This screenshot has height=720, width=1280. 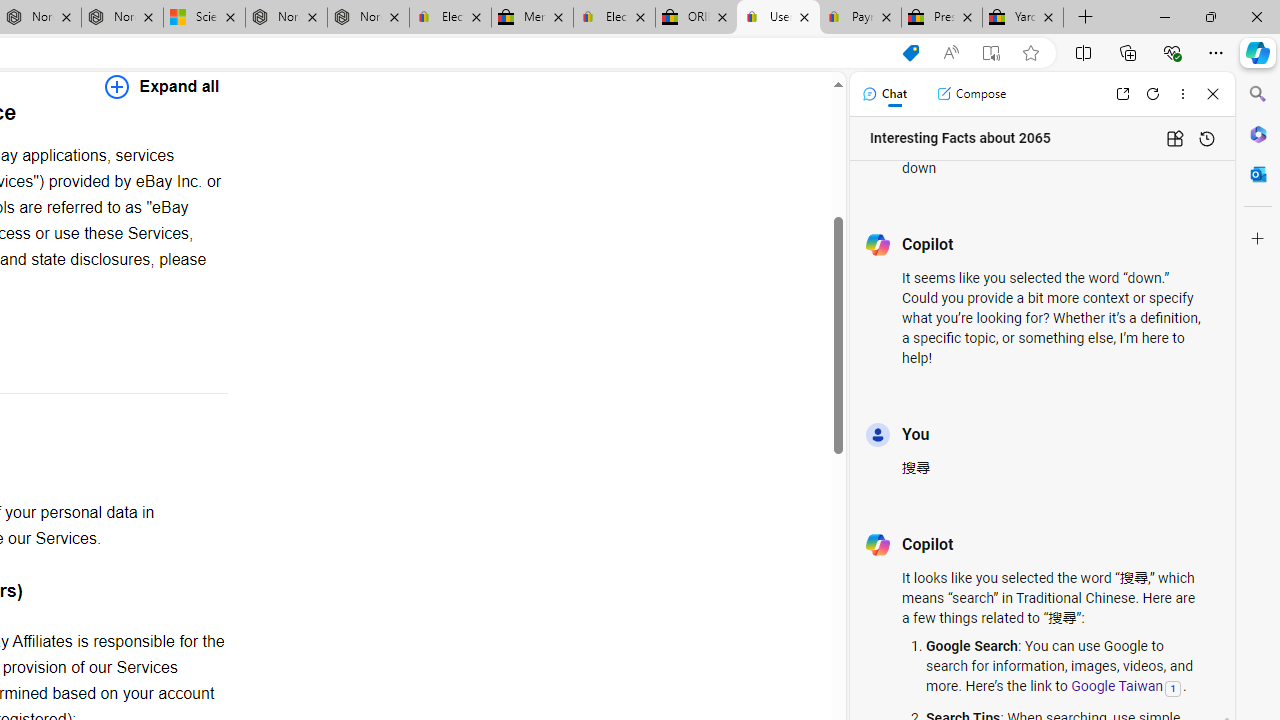 What do you see at coordinates (883, 93) in the screenshot?
I see `'Chat'` at bounding box center [883, 93].